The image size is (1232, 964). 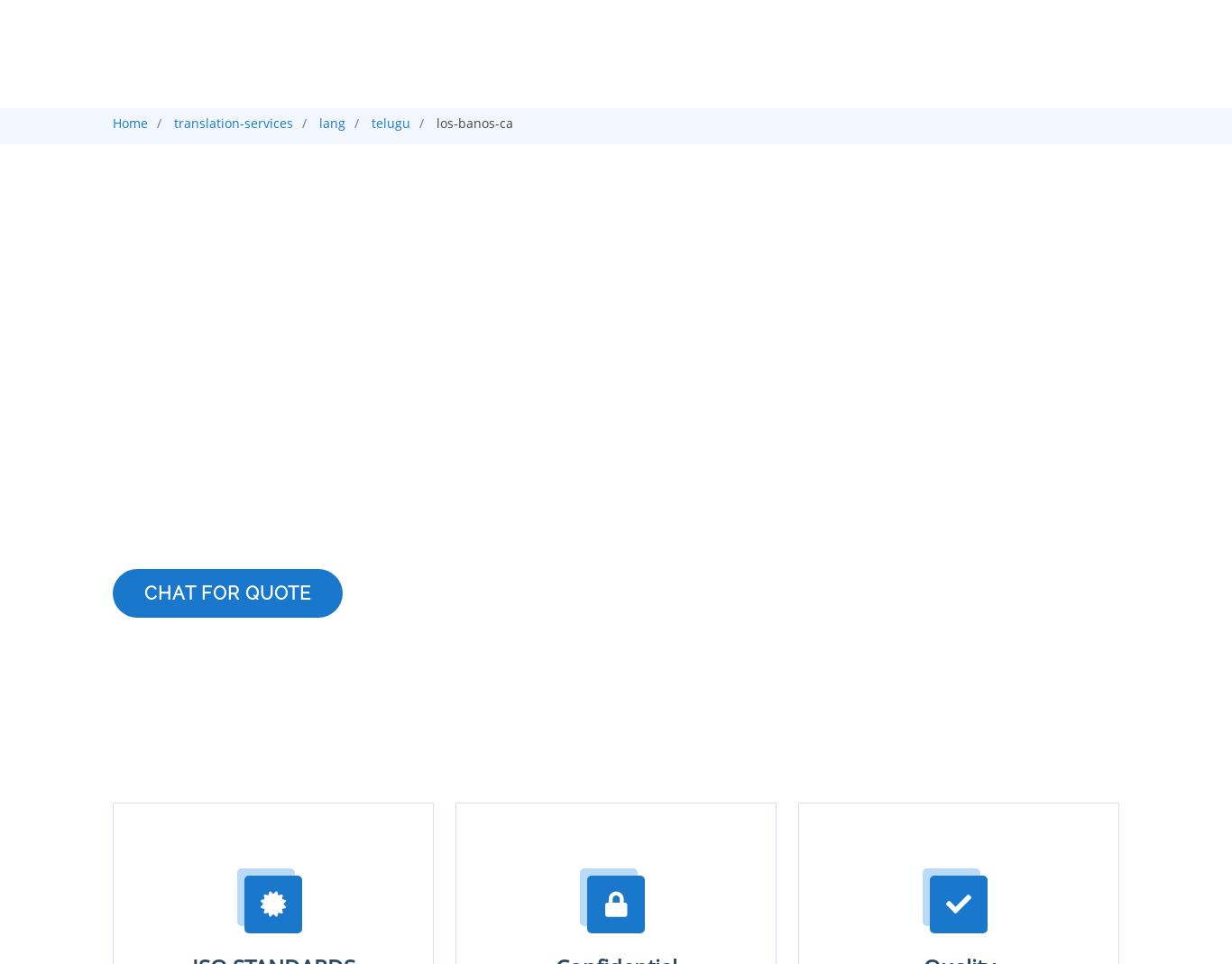 What do you see at coordinates (230, 11) in the screenshot?
I see `'Mongolian'` at bounding box center [230, 11].